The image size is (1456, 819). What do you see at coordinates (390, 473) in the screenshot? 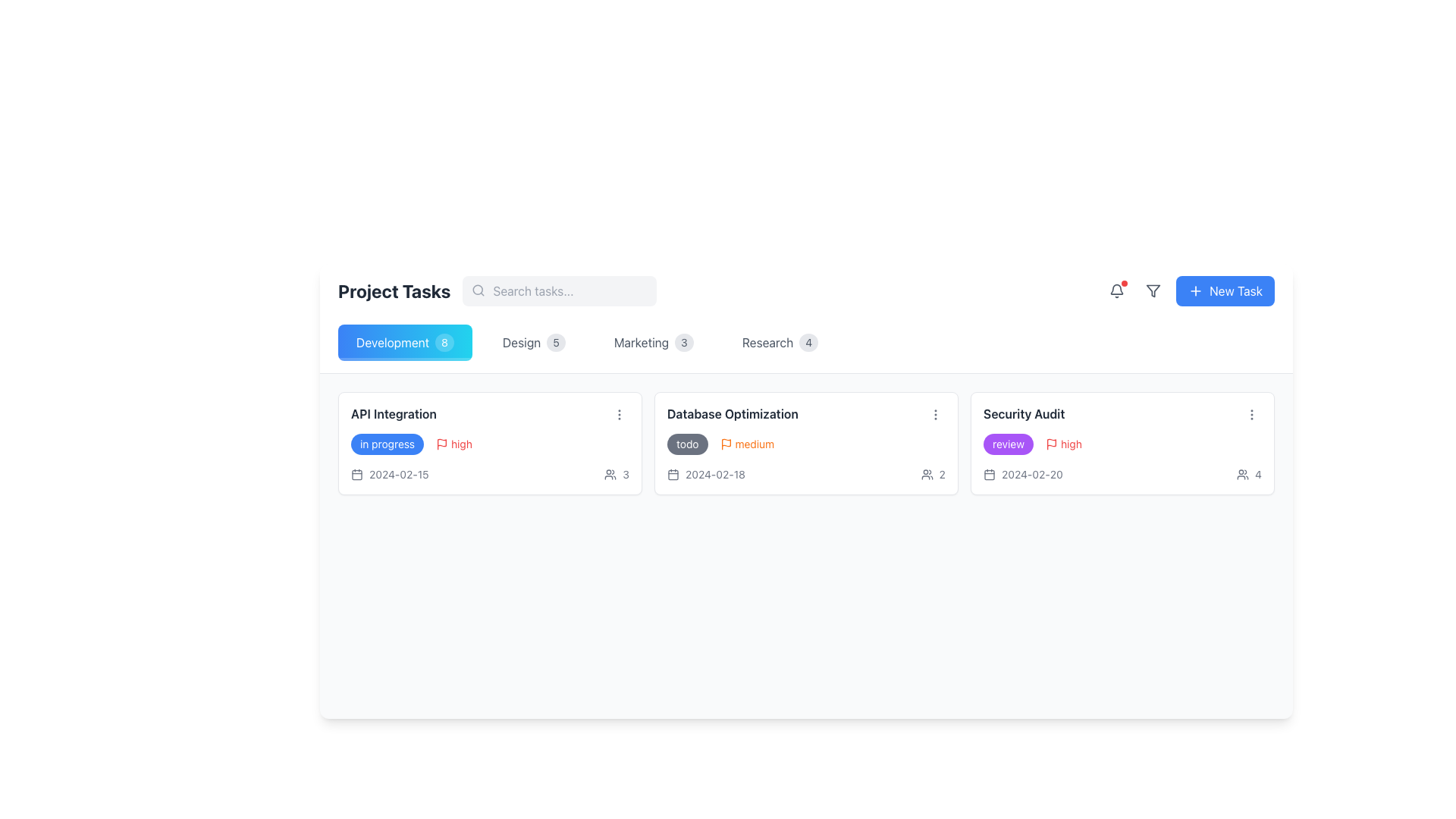
I see `the date '2024-02-15' or the calendar icon` at bounding box center [390, 473].